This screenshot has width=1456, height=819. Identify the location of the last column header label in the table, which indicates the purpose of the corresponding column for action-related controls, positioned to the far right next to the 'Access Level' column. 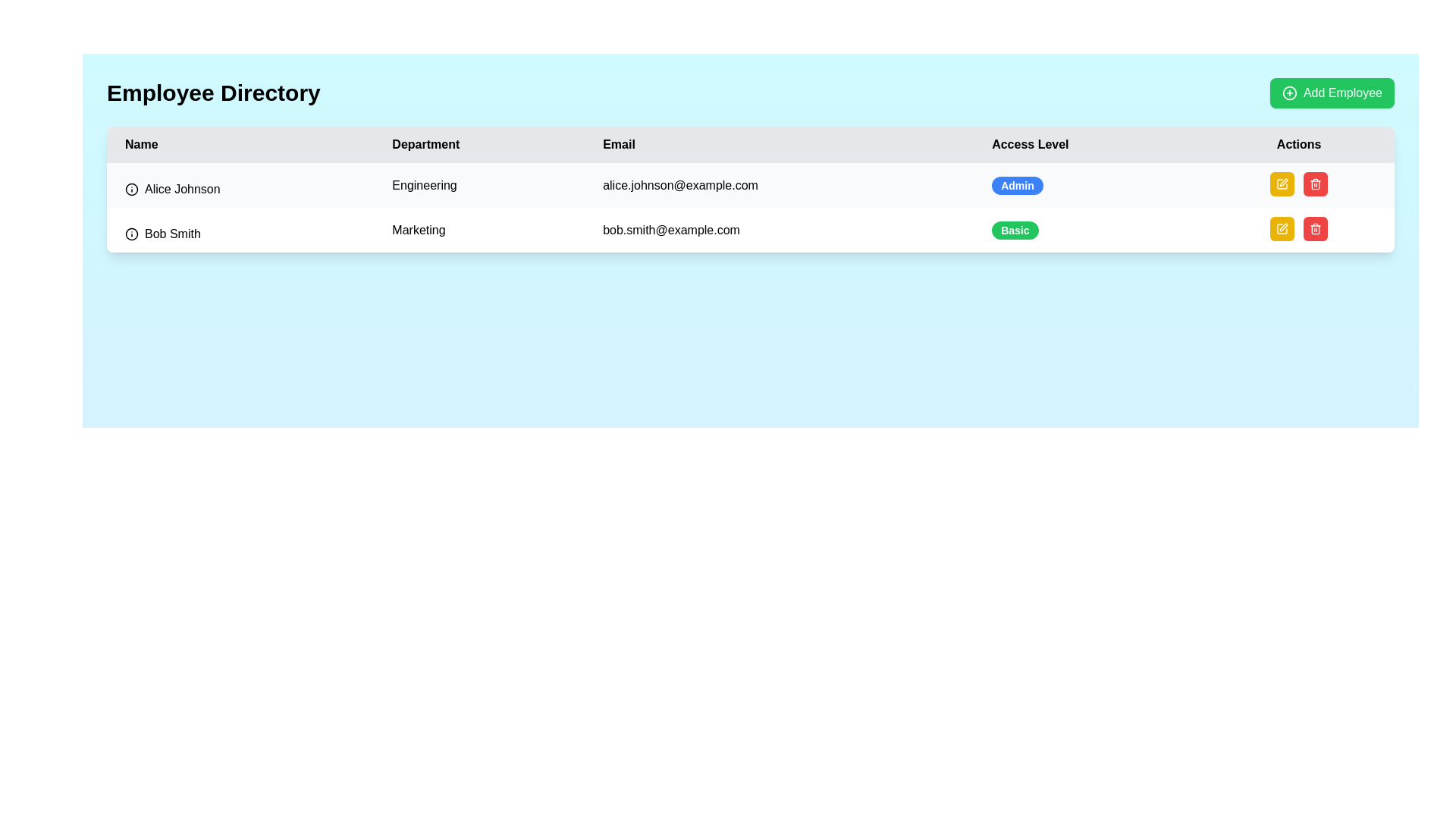
(1298, 145).